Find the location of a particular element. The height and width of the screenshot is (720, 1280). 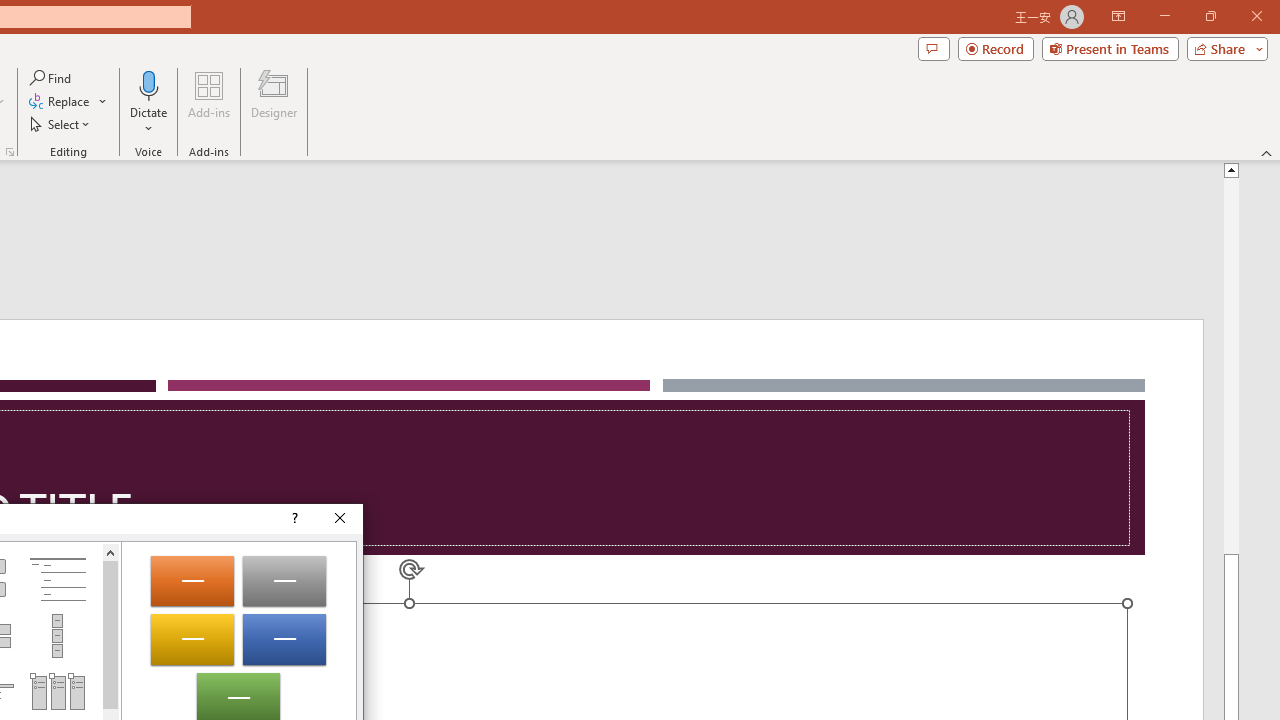

'Context help' is located at coordinates (292, 518).